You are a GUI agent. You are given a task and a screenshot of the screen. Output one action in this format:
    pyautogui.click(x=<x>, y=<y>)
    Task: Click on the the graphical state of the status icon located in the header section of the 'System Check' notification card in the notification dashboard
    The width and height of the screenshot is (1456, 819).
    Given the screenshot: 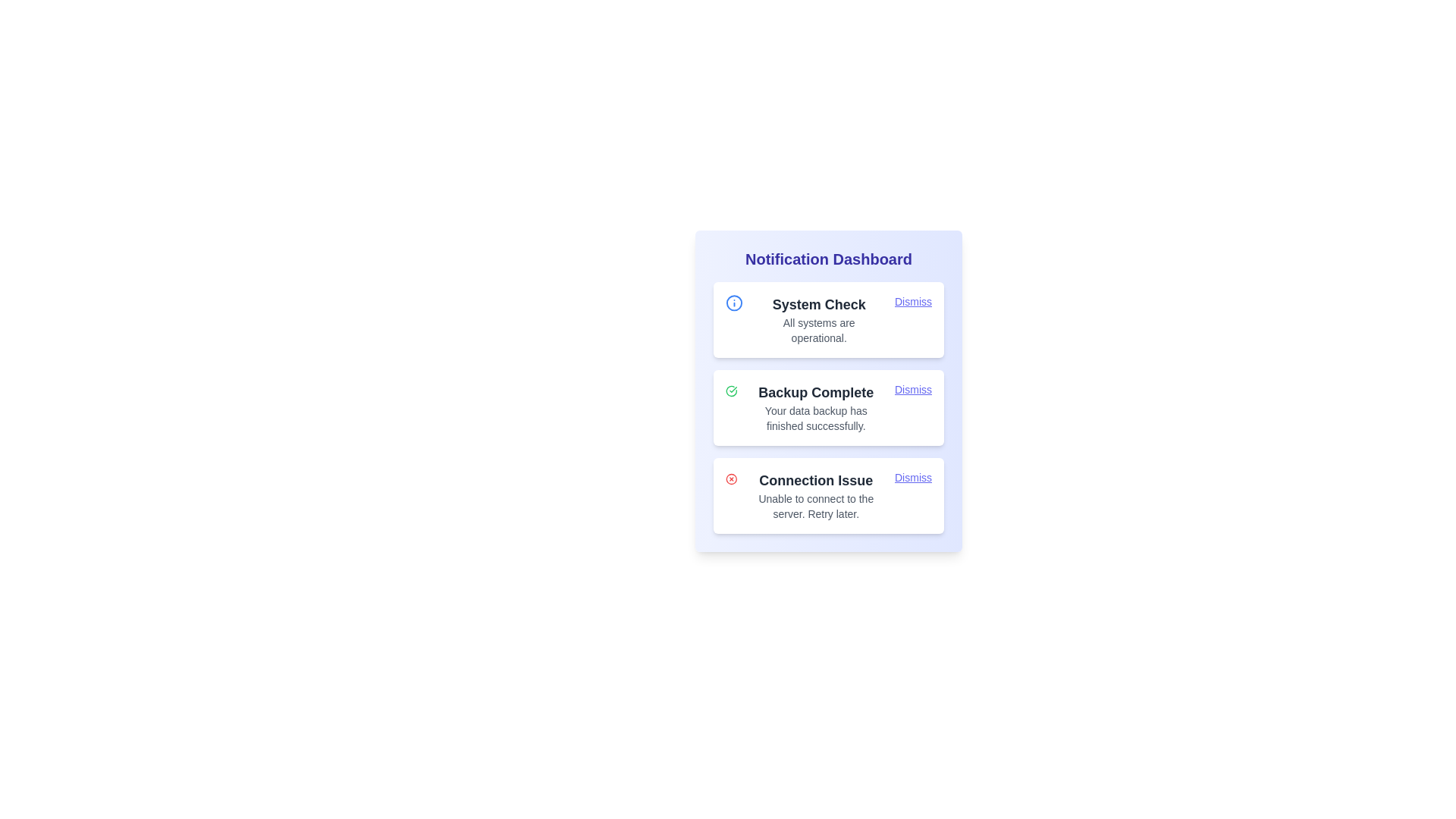 What is the action you would take?
    pyautogui.click(x=734, y=303)
    